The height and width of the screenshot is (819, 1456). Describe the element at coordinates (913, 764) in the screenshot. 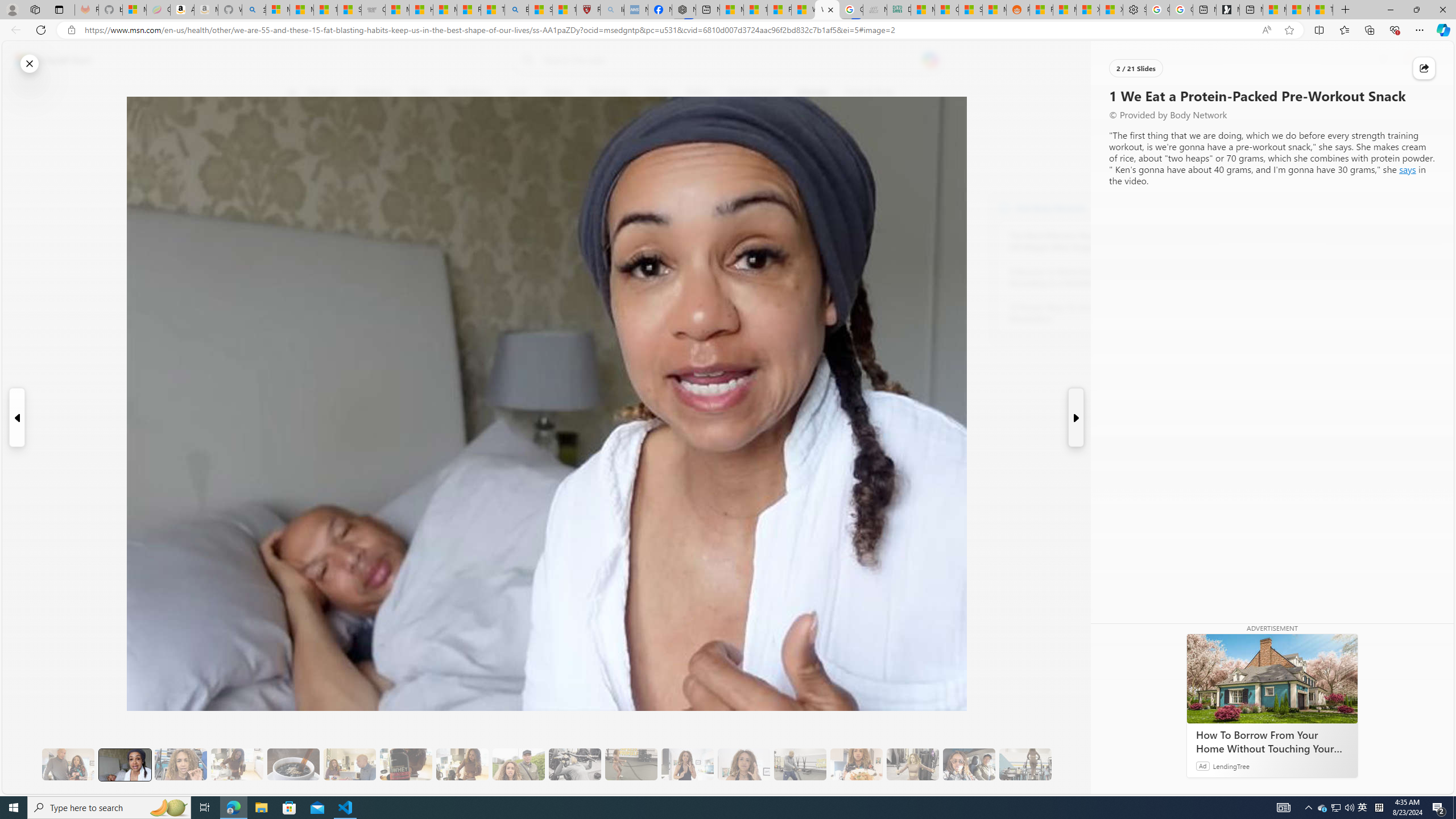

I see `'15 They Also Indulge in a Low-Calorie Sweet Treat'` at that location.